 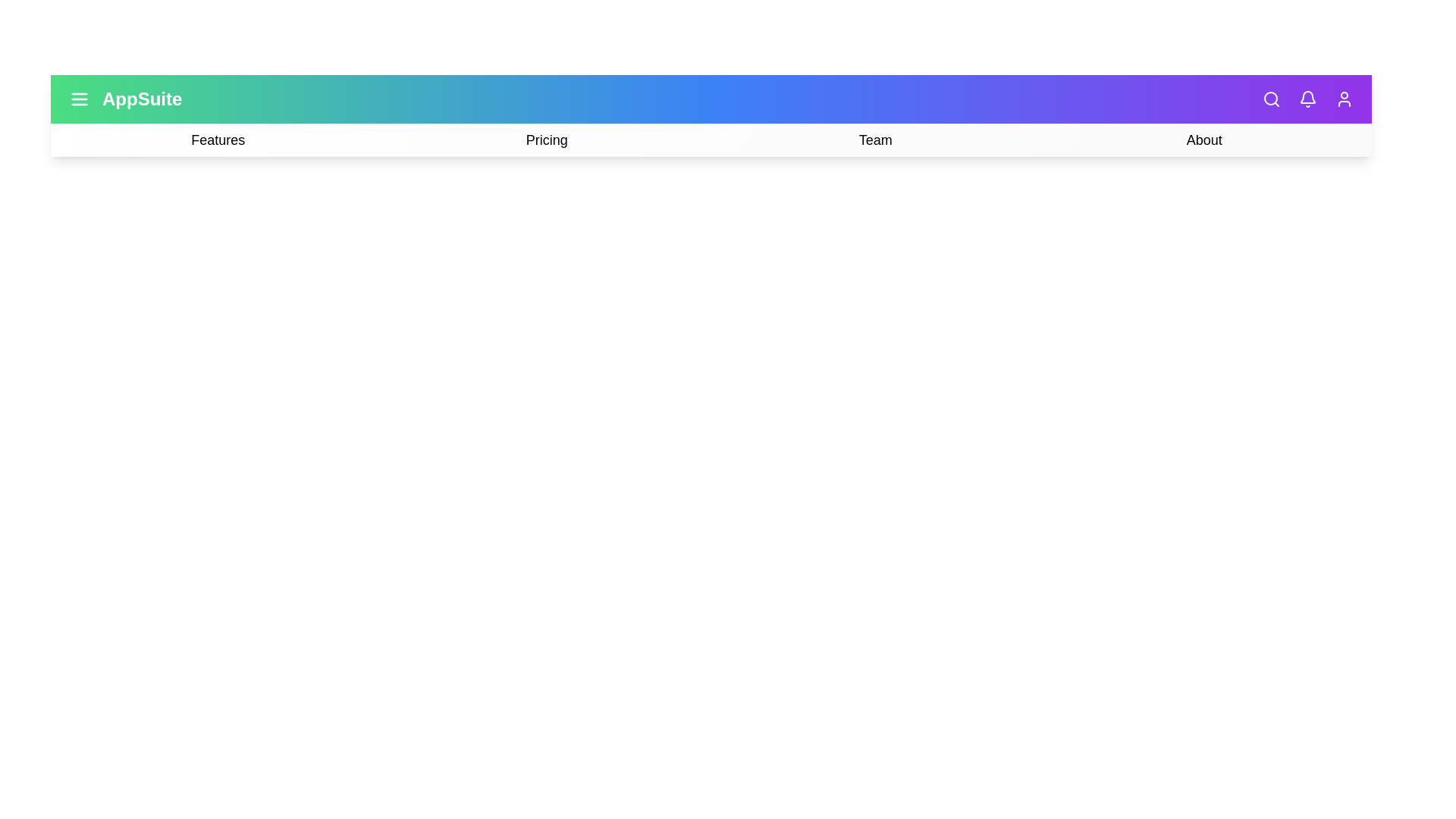 I want to click on the 'Pricing' option in the navigation bar, so click(x=546, y=140).